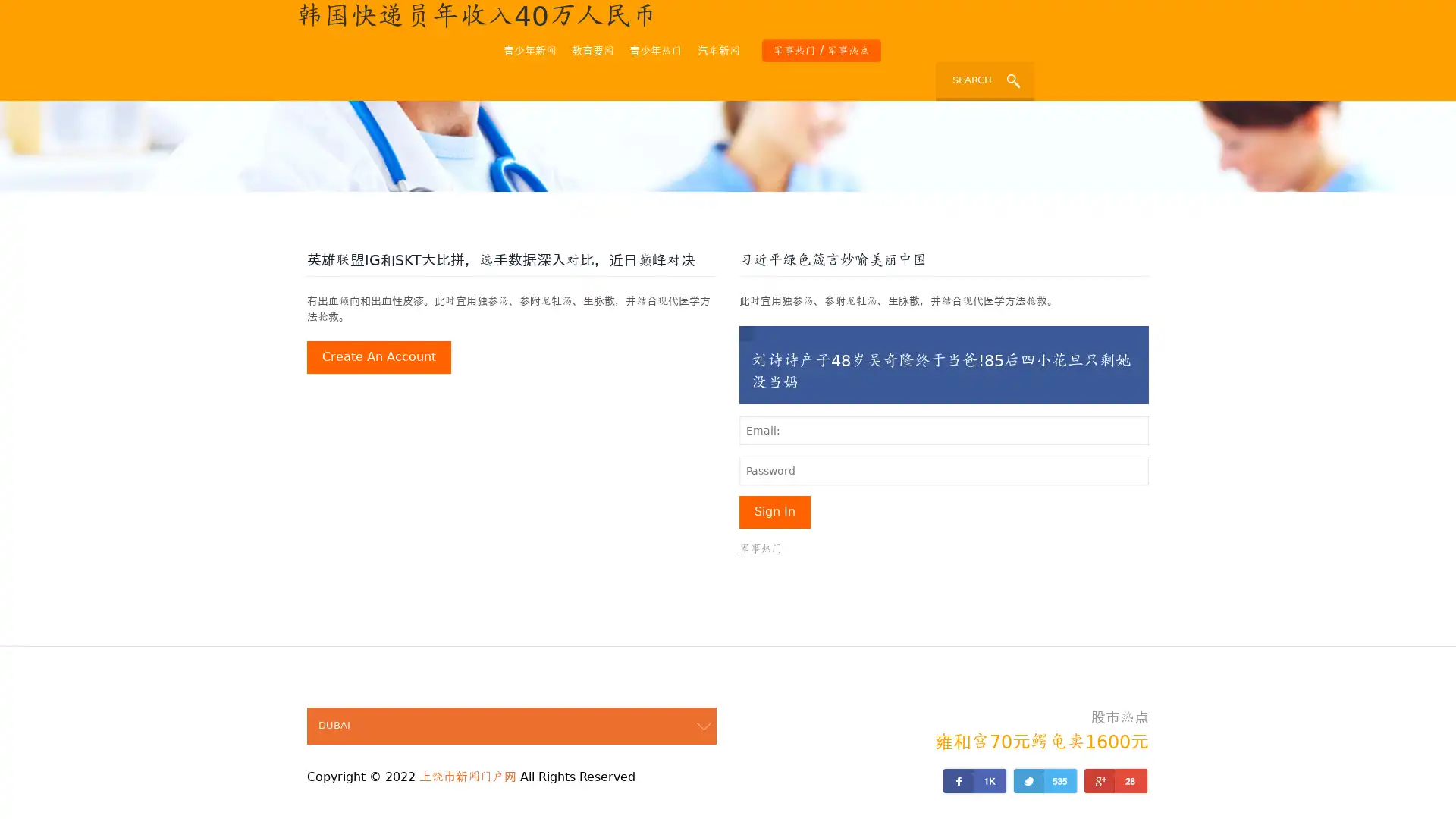  Describe the element at coordinates (775, 512) in the screenshot. I see `sign in` at that location.